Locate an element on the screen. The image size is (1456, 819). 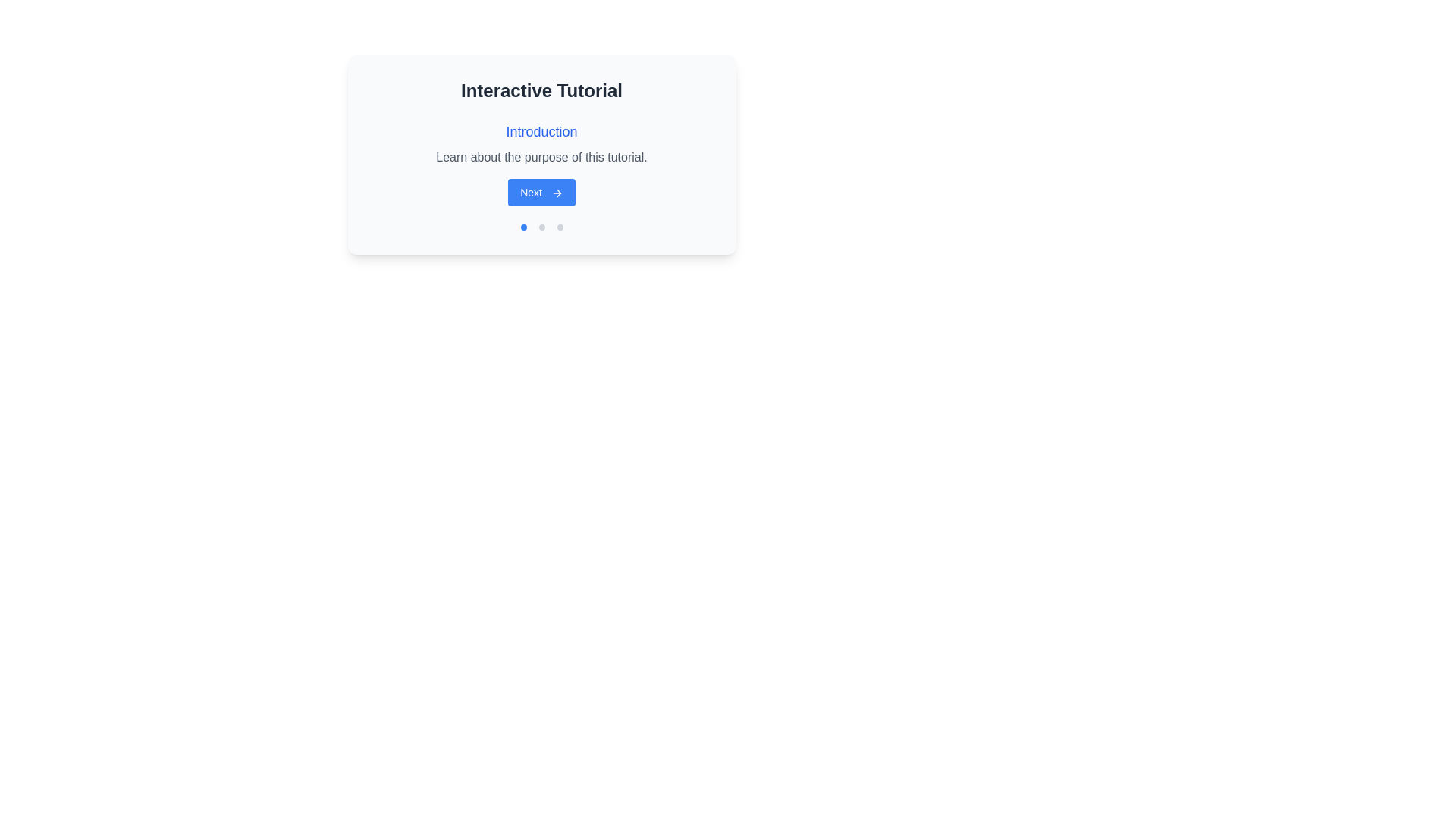
the blue navigation button located at the bottom center of the content area to advance to the next step or page is located at coordinates (541, 192).